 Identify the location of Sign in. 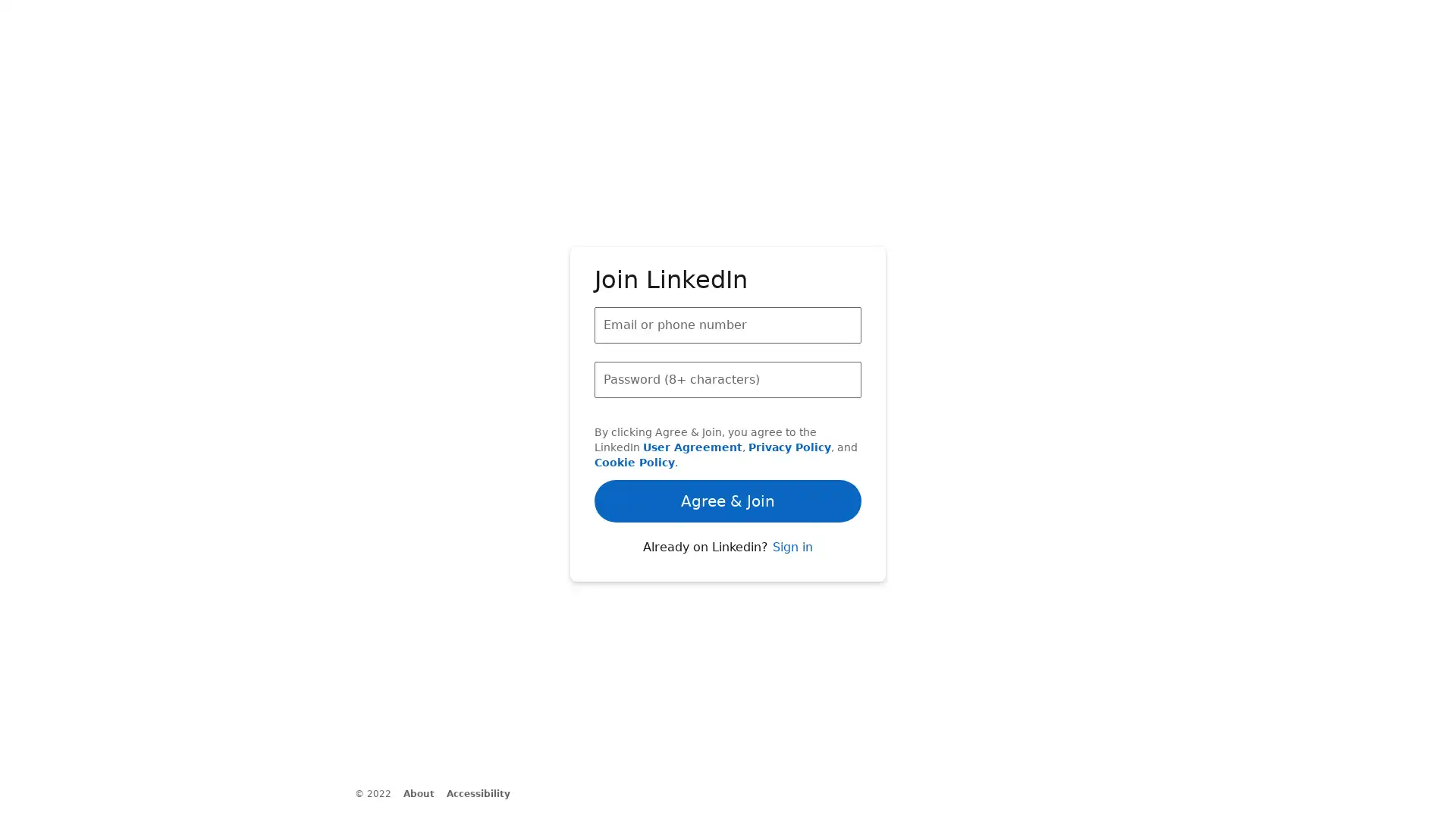
(791, 581).